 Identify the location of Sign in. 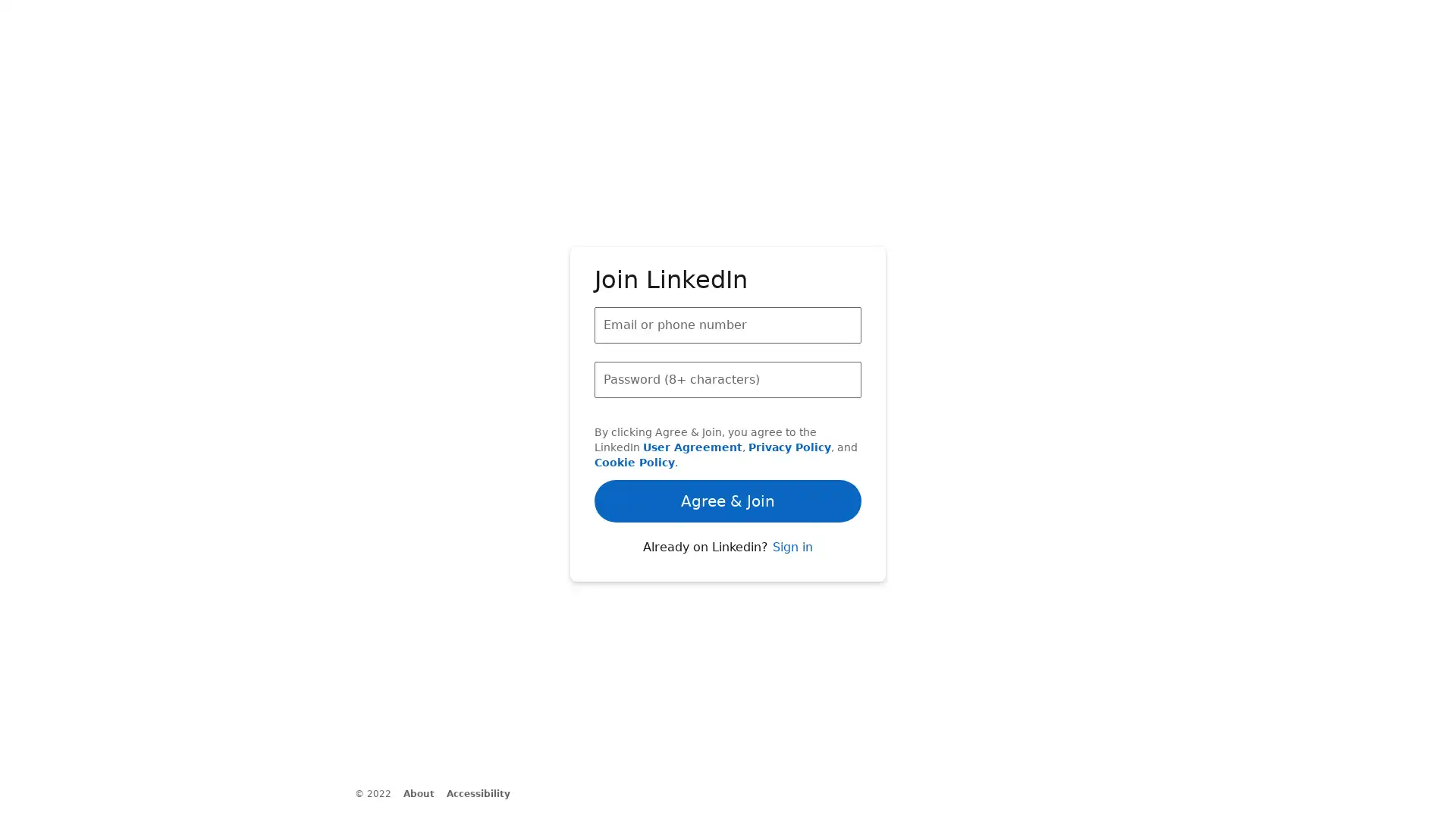
(791, 581).